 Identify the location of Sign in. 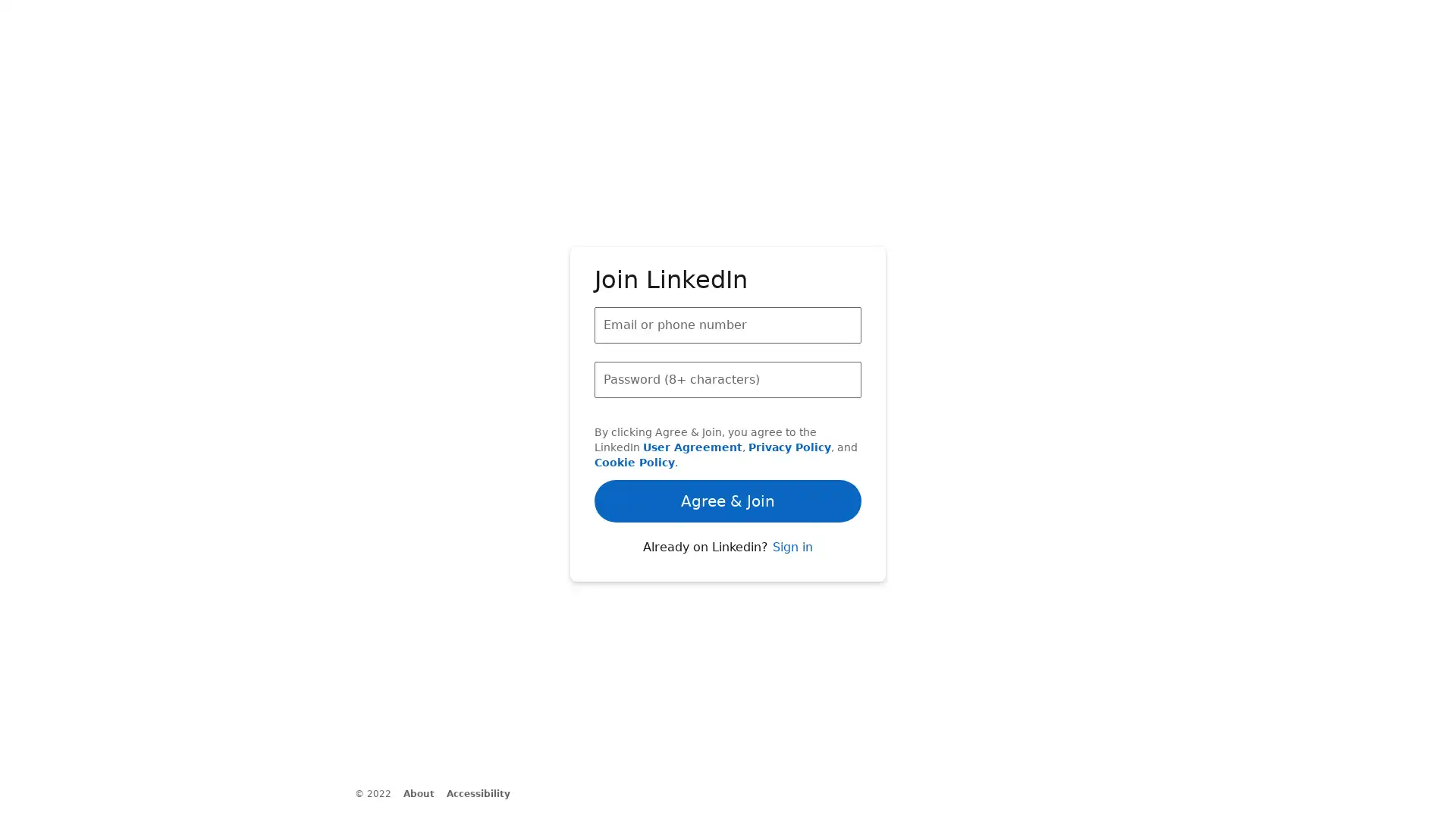
(791, 581).